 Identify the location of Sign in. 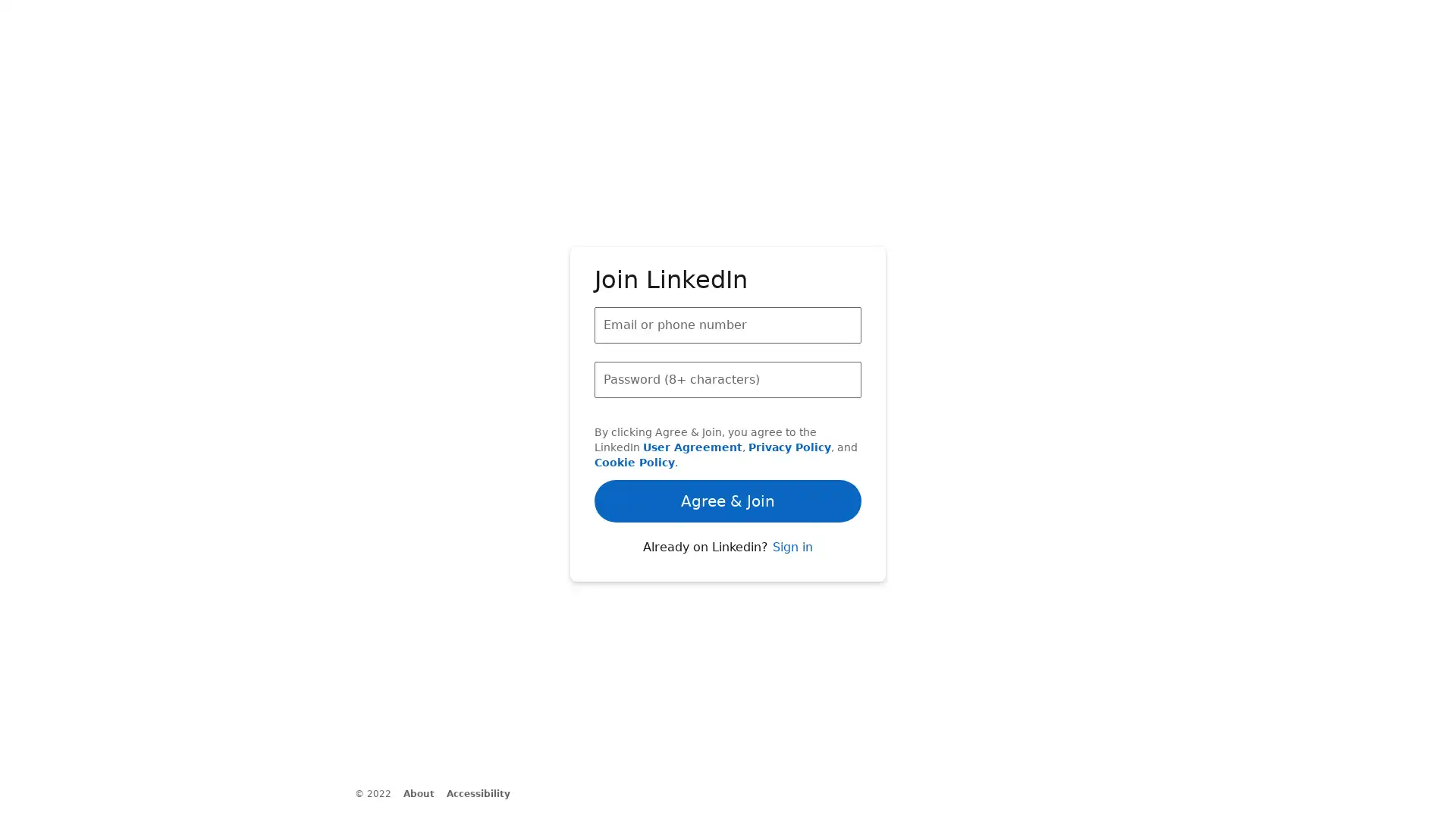
(791, 581).